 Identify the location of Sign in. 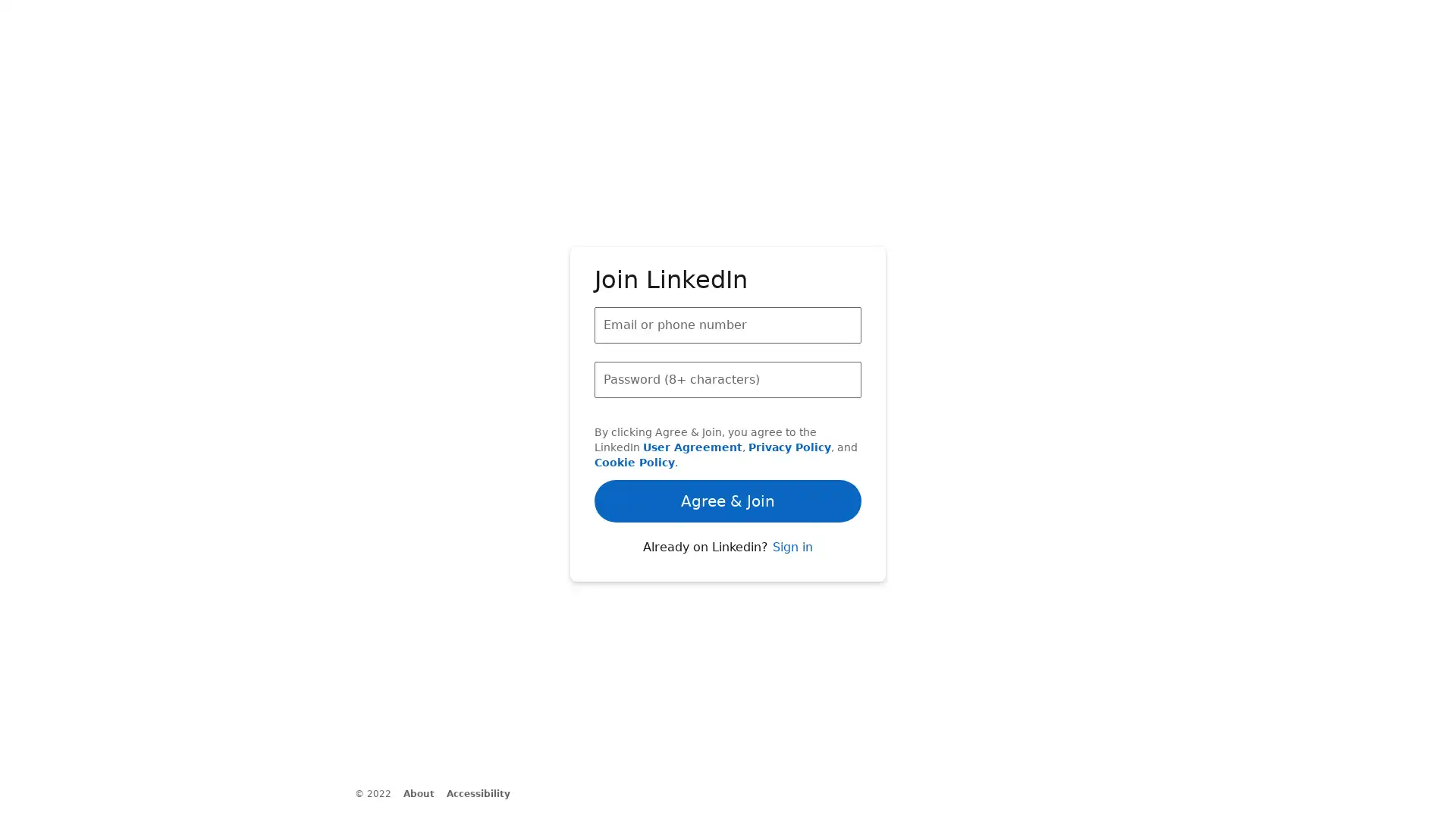
(791, 581).